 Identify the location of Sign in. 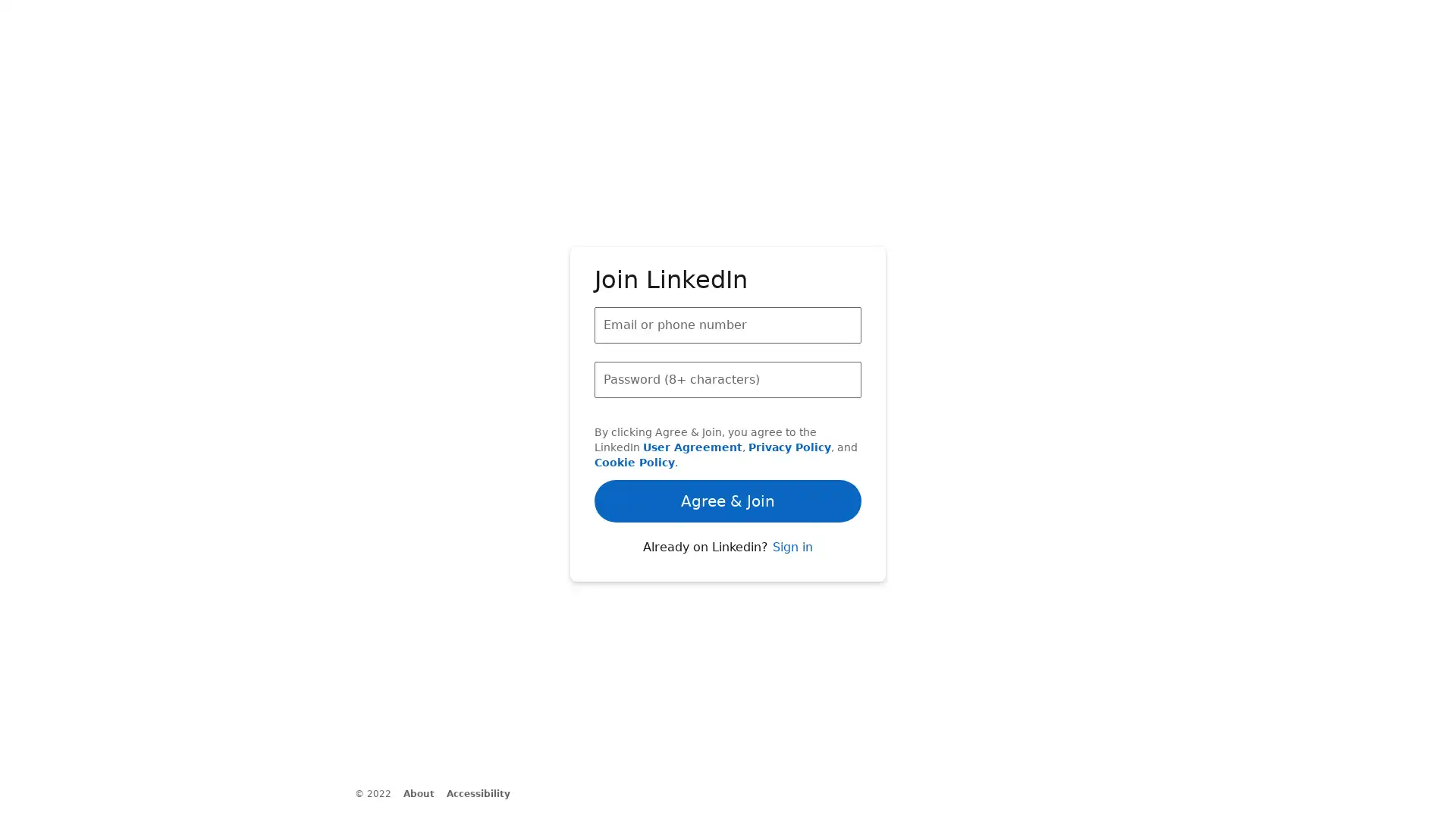
(791, 581).